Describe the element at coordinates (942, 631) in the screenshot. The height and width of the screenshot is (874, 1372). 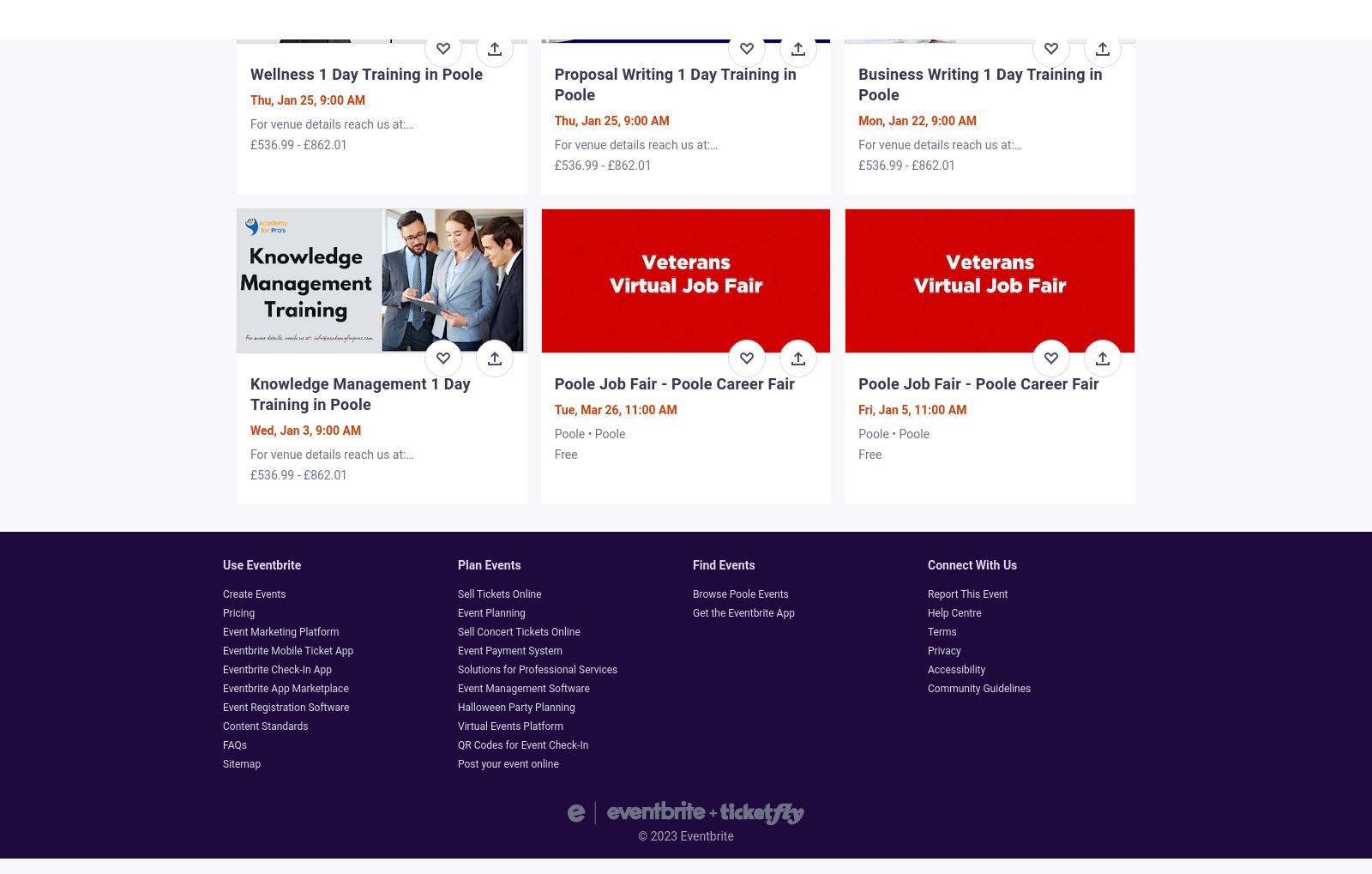
I see `'Terms'` at that location.